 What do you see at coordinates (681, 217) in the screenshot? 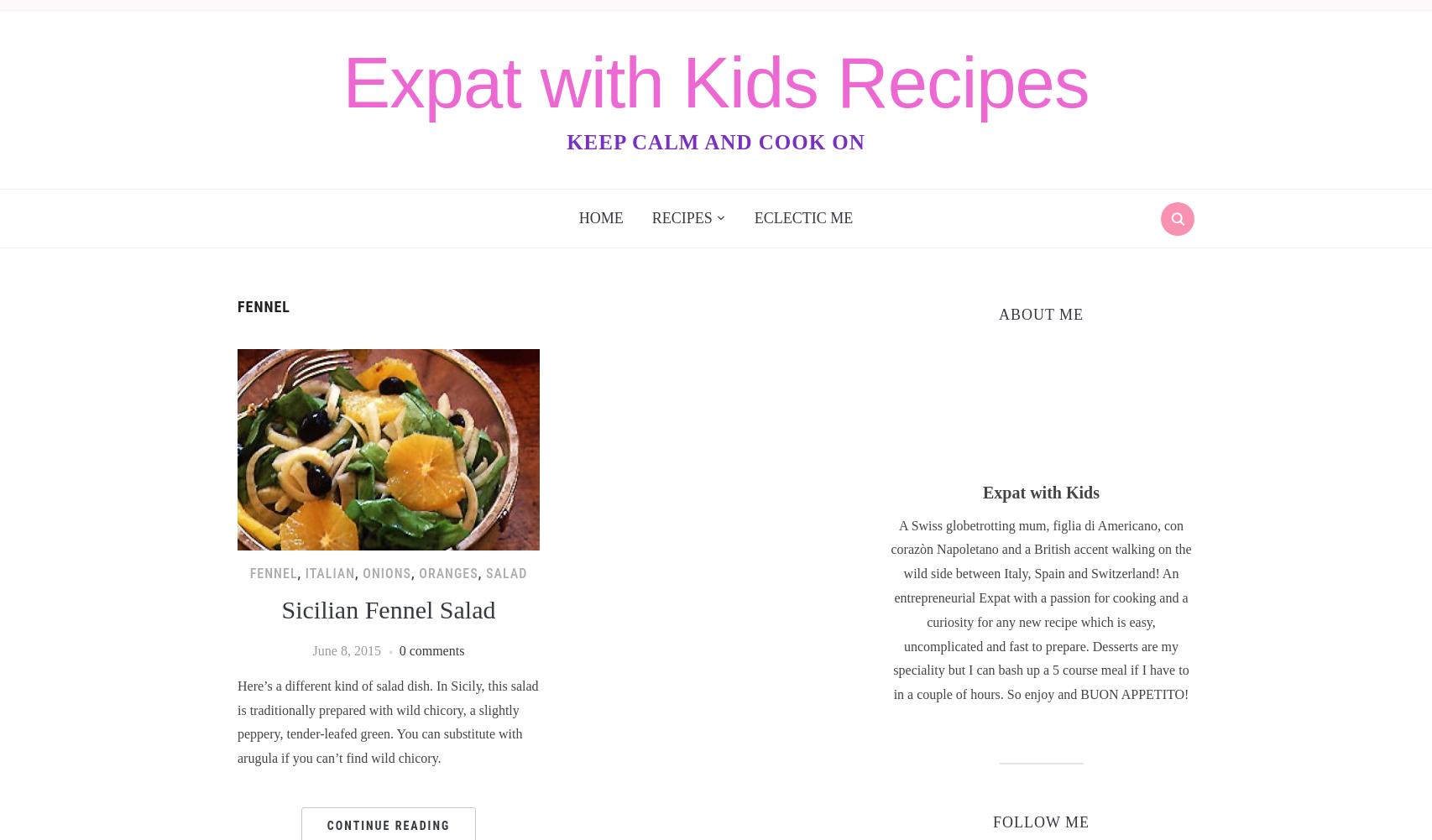
I see `'Recipes'` at bounding box center [681, 217].